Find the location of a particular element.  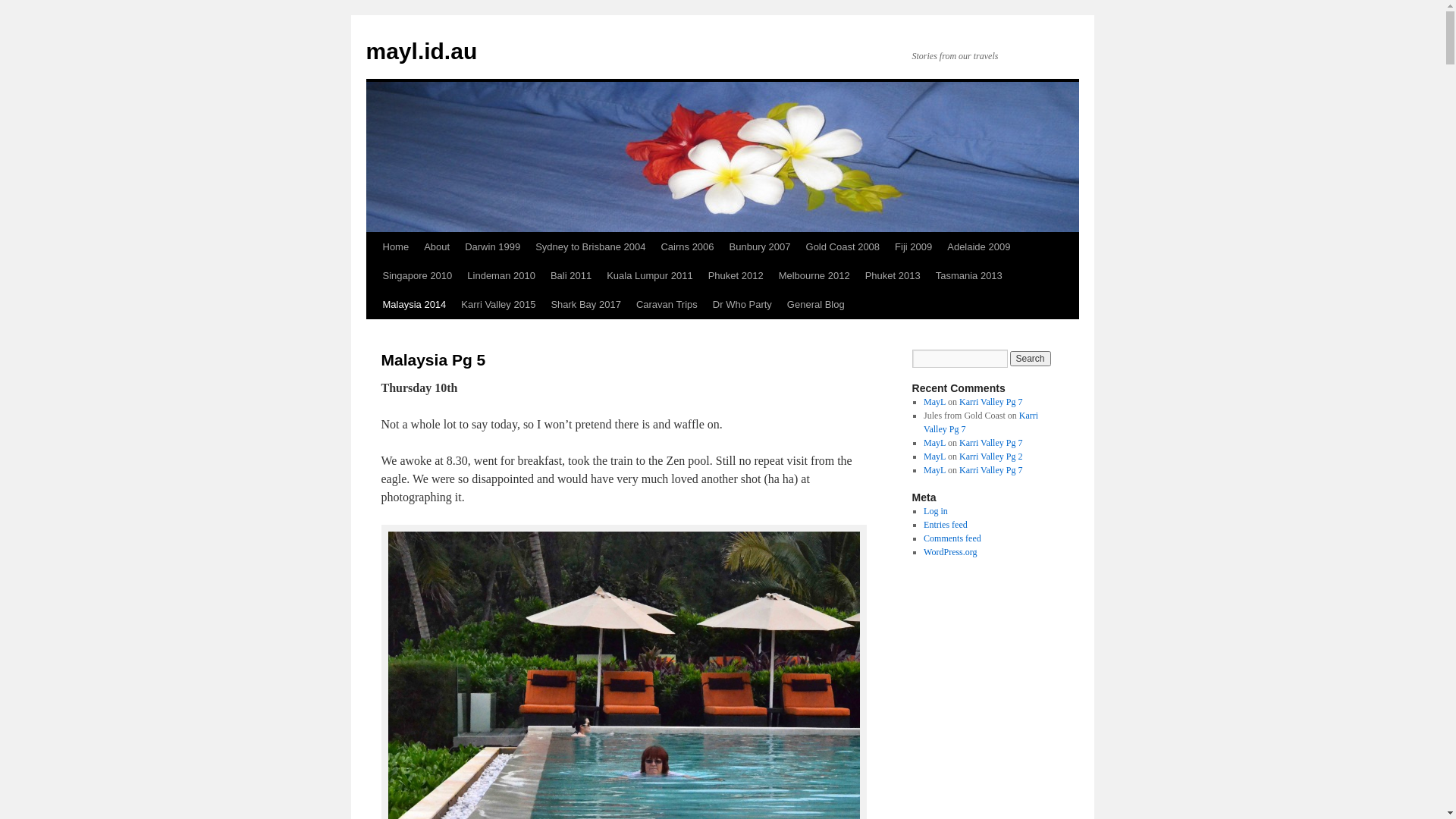

'MayL' is located at coordinates (934, 455).